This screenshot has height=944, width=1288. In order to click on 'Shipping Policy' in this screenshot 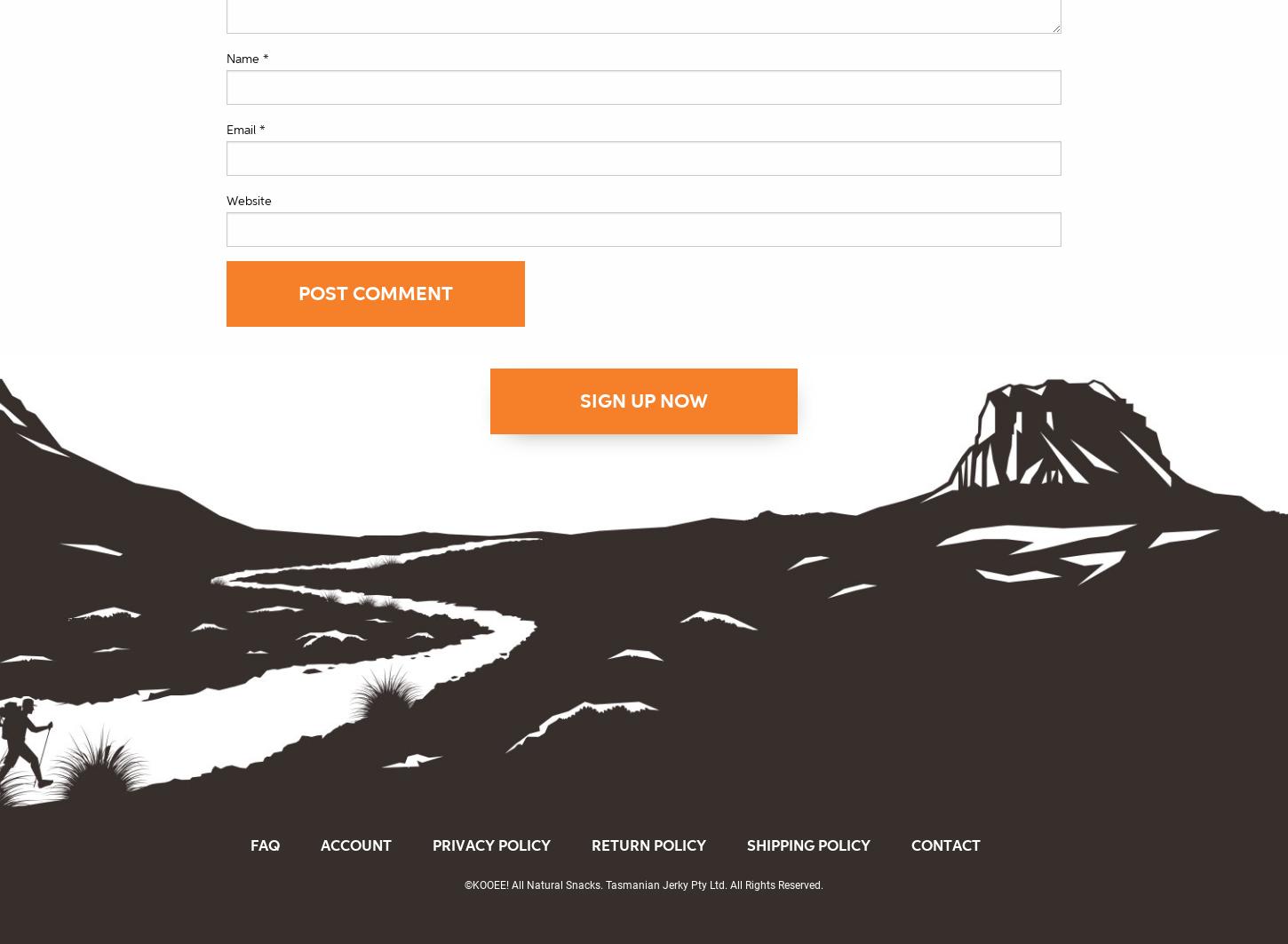, I will do `click(807, 845)`.